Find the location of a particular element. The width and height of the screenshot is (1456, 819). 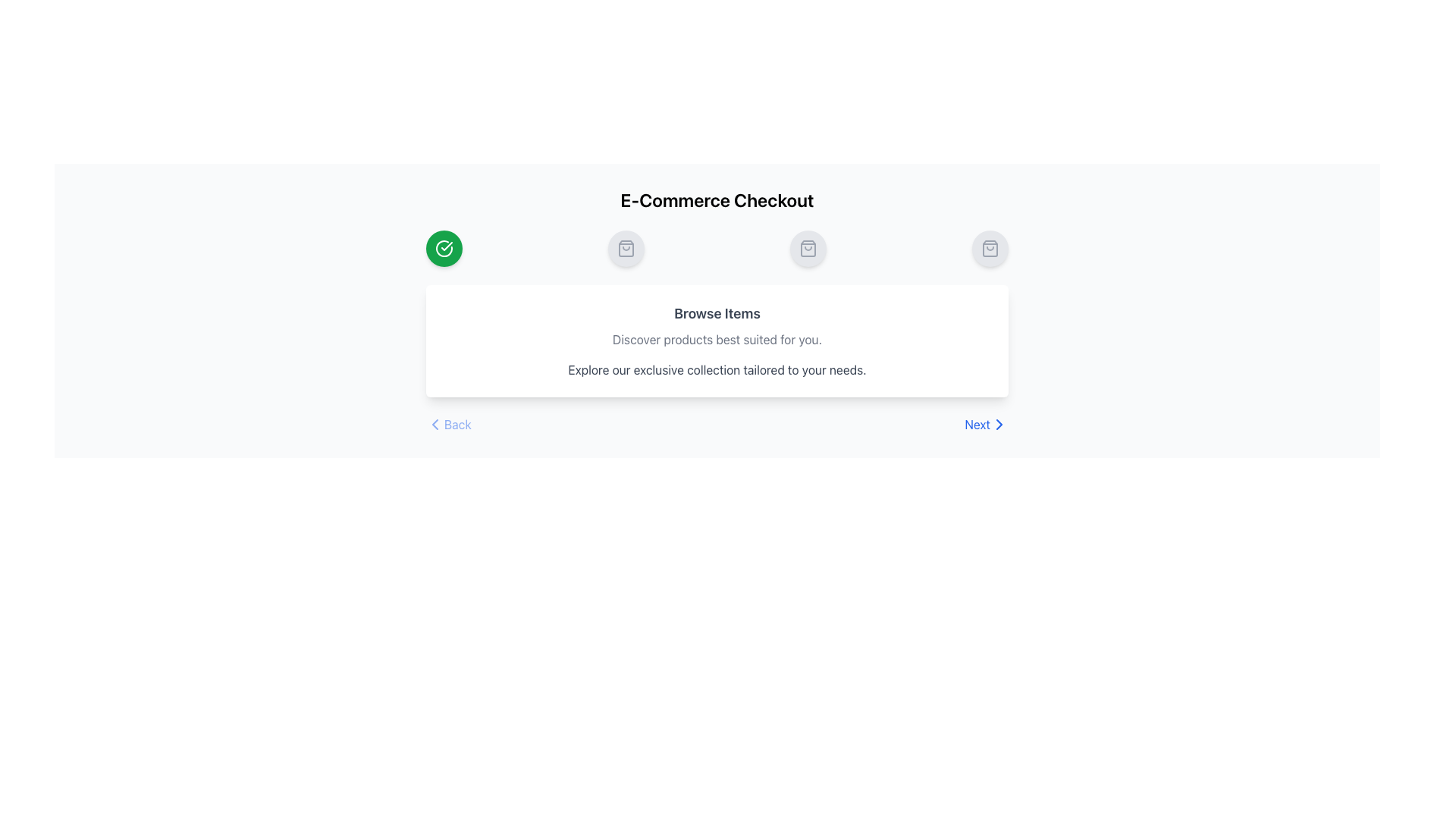

the 'Next' button located in the bottom-right section of the interface to observe its hover styling is located at coordinates (987, 424).